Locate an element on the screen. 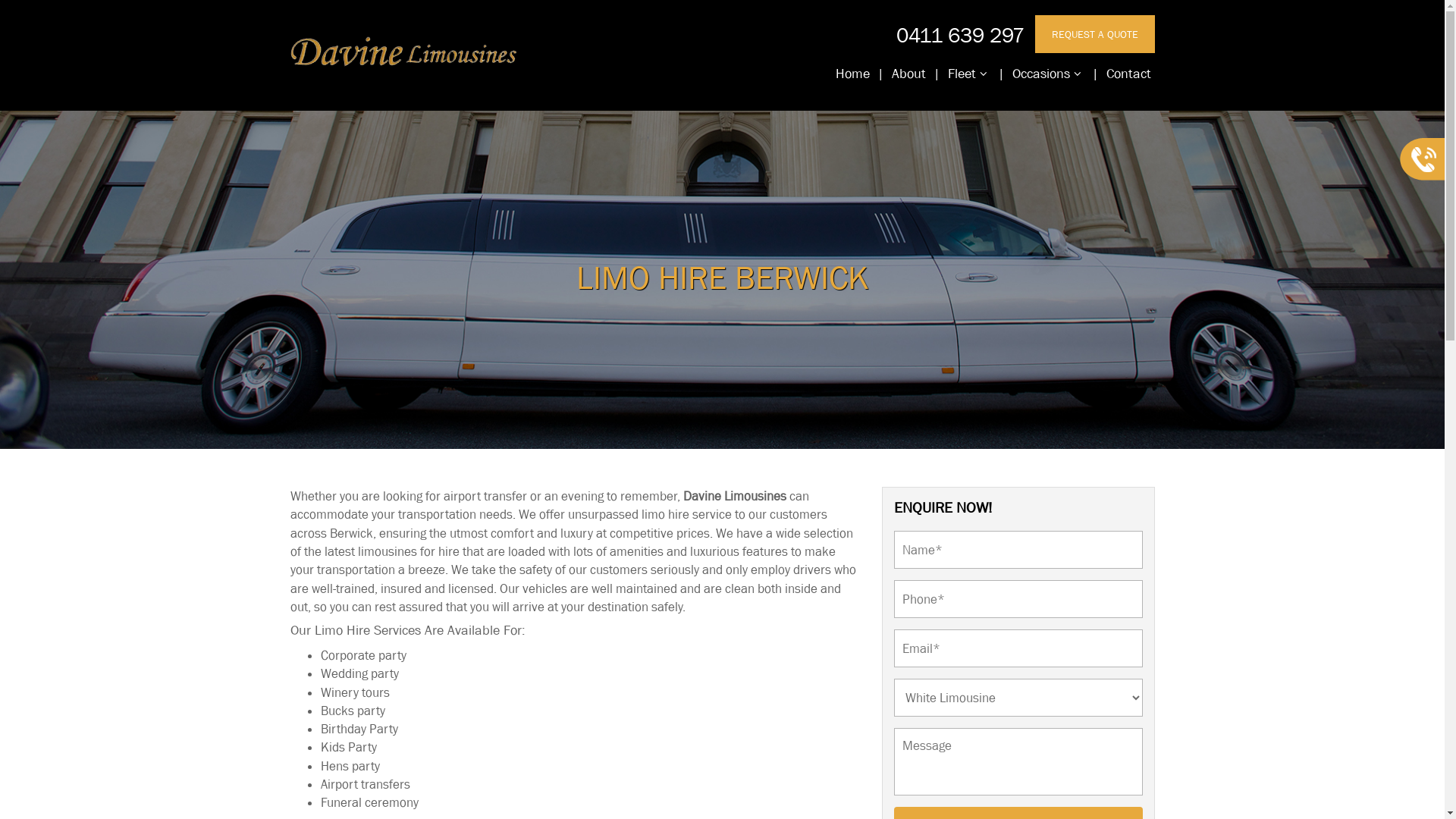 The height and width of the screenshot is (819, 1456). 'Fleet' is located at coordinates (966, 74).